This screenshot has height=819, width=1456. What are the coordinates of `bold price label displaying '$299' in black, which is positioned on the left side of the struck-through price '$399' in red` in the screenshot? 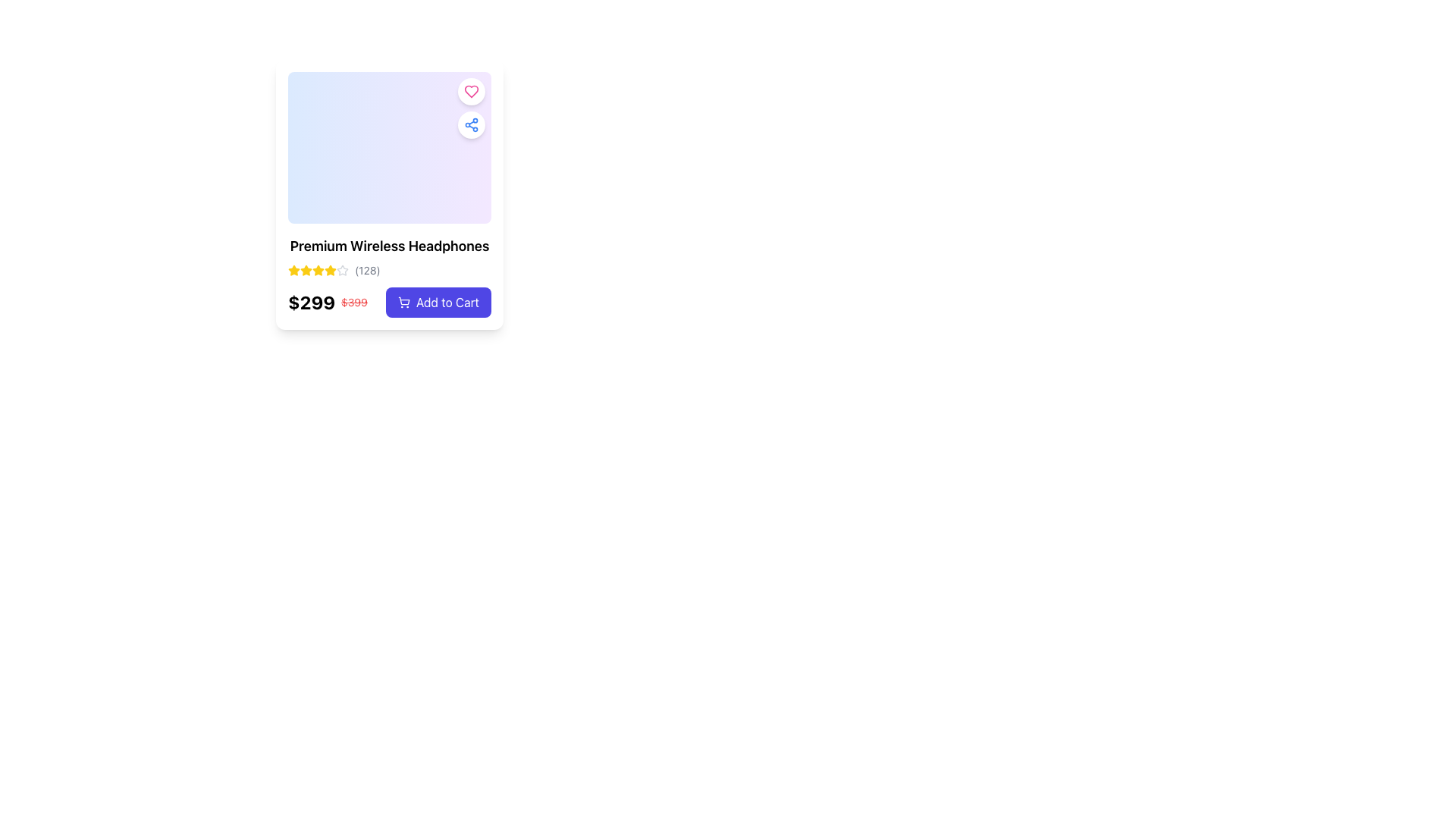 It's located at (311, 302).